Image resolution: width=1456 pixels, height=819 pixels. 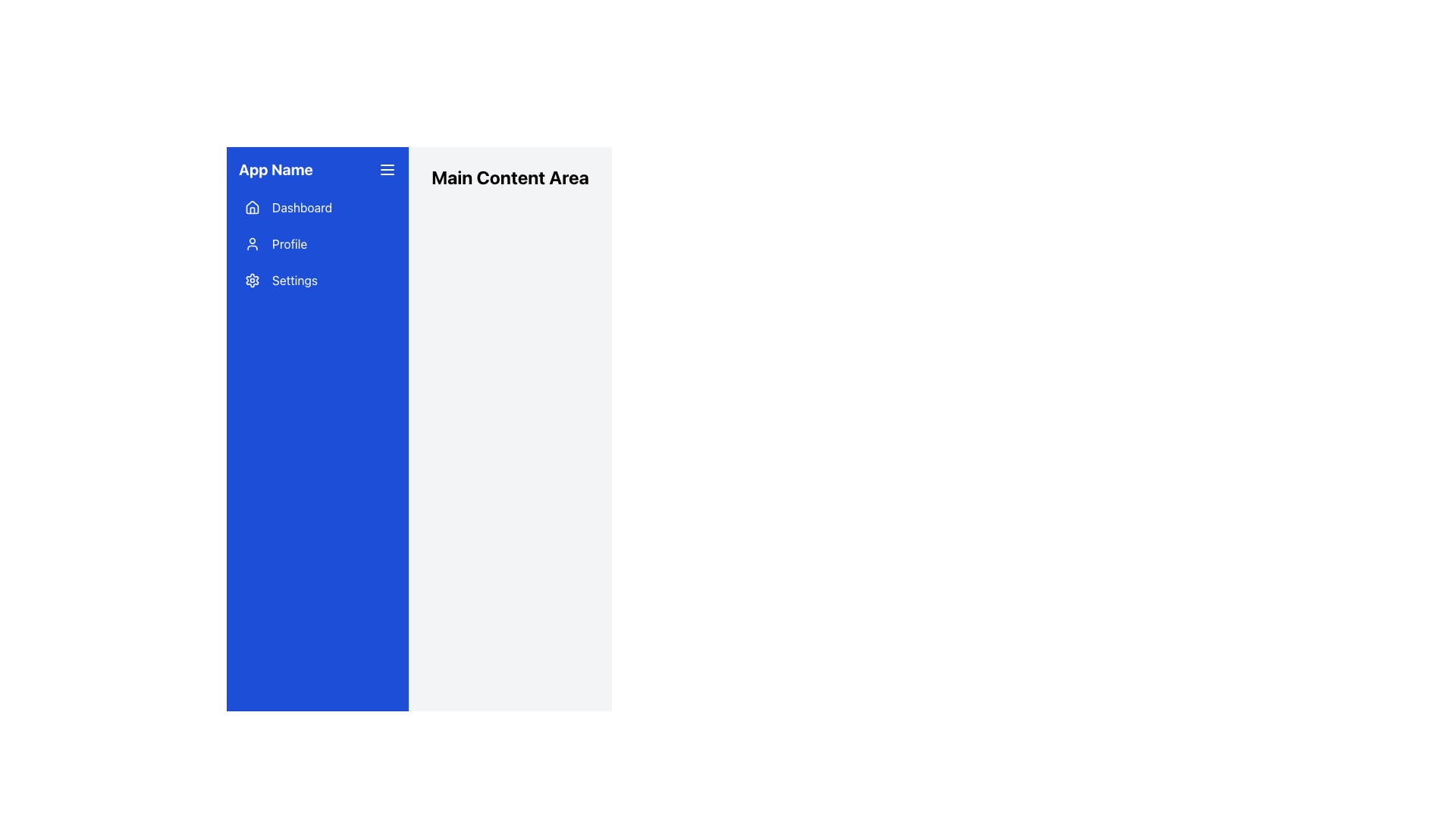 What do you see at coordinates (252, 207) in the screenshot?
I see `the house icon located in the first menu item of the sidebar labeled 'Dashboard'` at bounding box center [252, 207].